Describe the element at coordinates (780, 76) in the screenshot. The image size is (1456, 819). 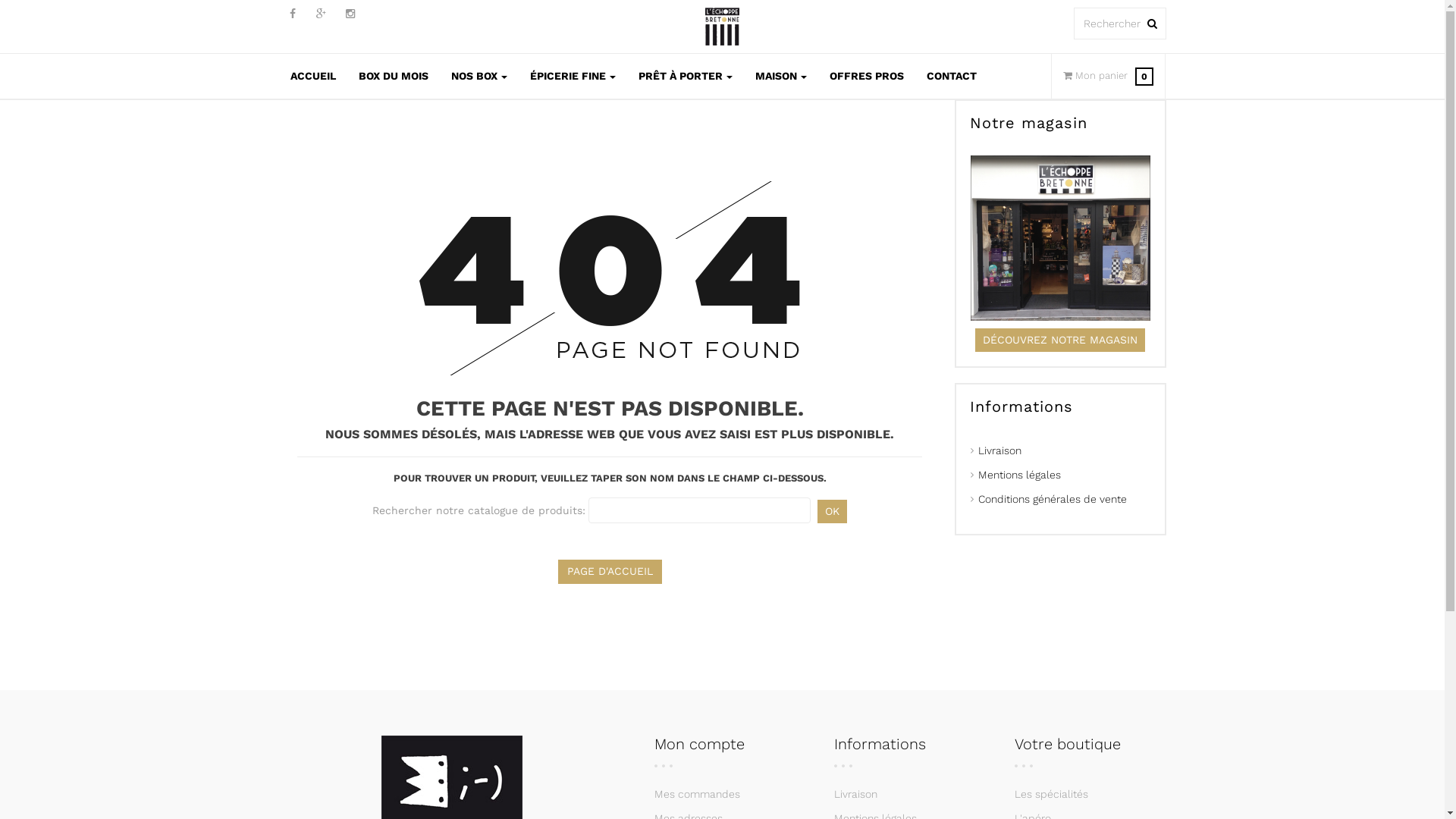
I see `'MAISON'` at that location.